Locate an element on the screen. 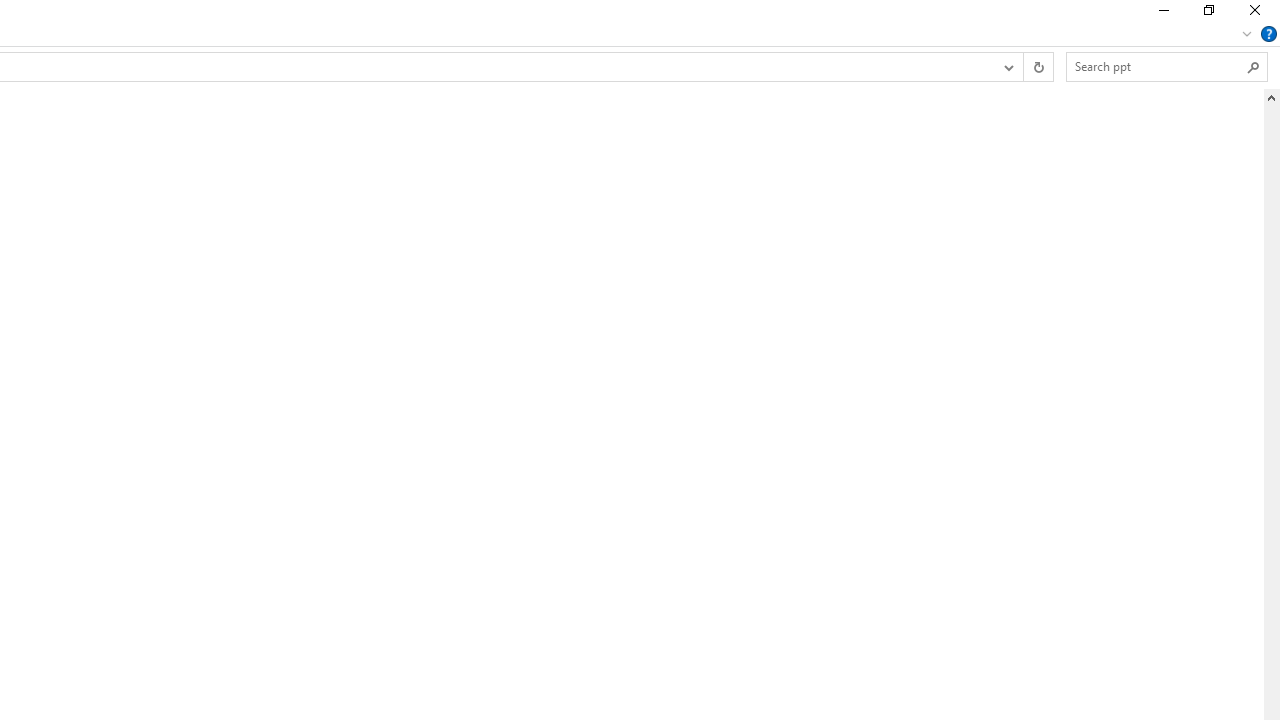  'Refresh "ppt" (F5)' is located at coordinates (1038, 65).